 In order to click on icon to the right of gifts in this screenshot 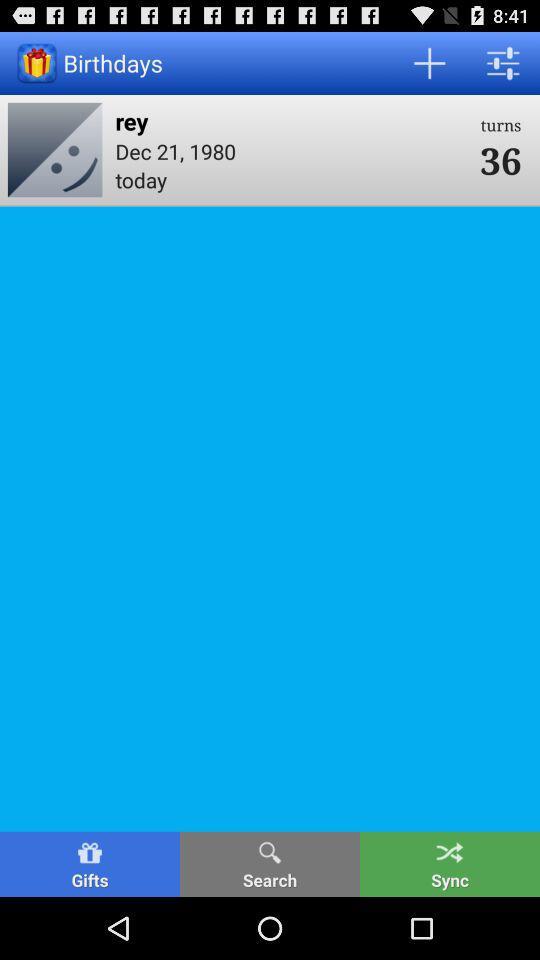, I will do `click(270, 863)`.